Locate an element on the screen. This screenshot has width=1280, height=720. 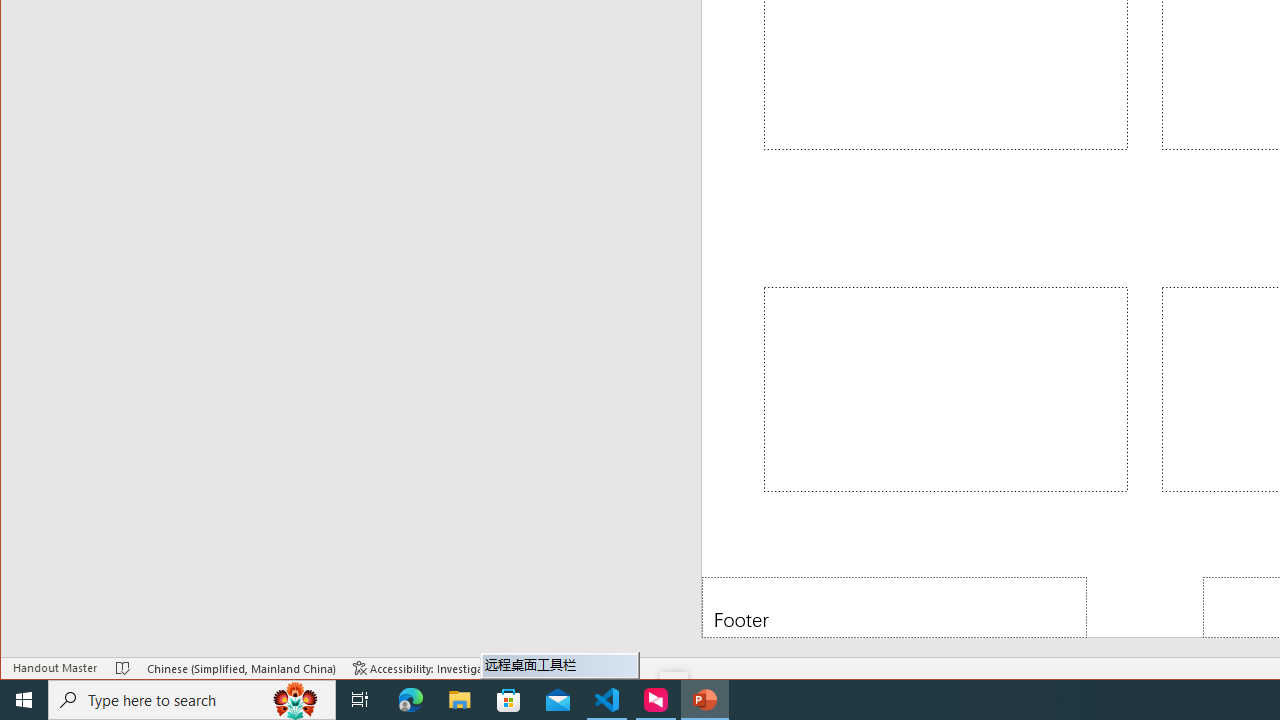
'Type here to search' is located at coordinates (192, 698).